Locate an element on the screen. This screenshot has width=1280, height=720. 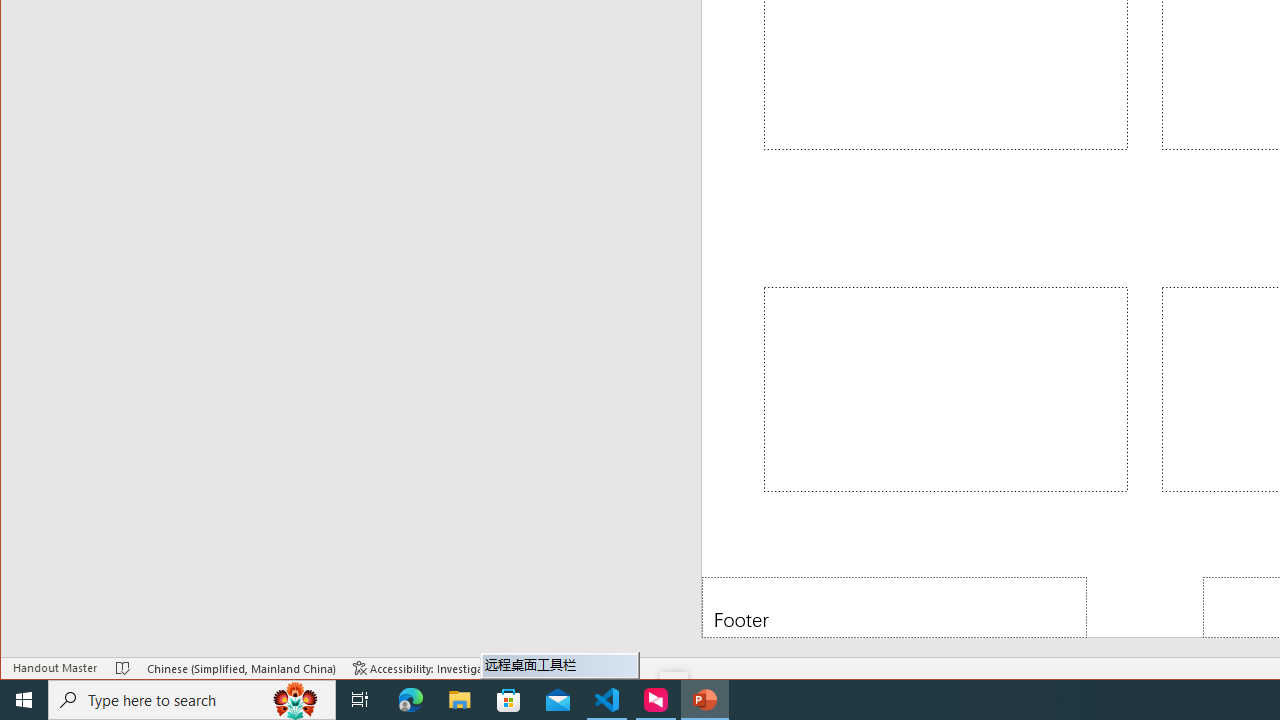
'Type here to search' is located at coordinates (192, 698).